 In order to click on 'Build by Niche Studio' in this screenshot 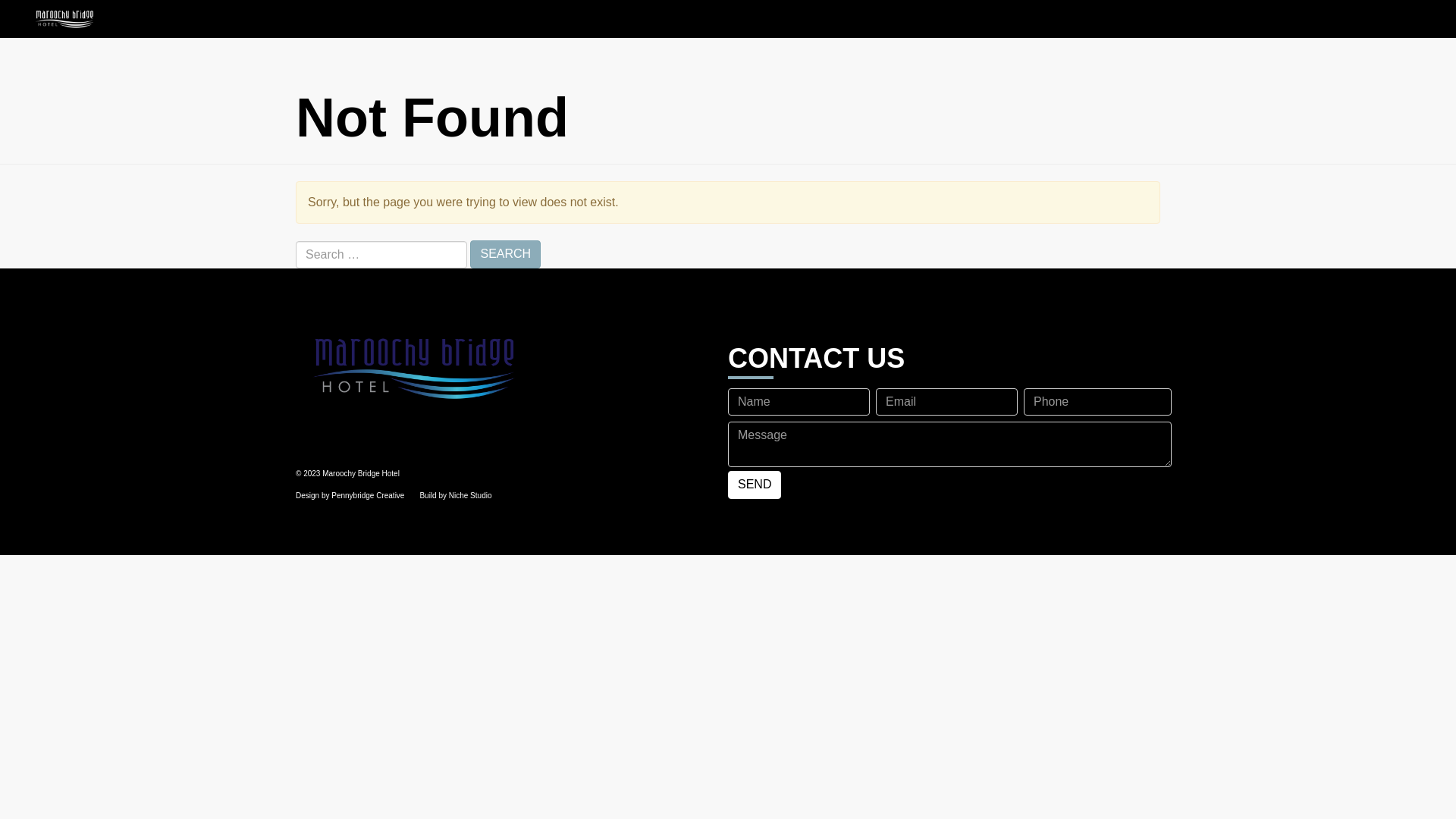, I will do `click(454, 495)`.